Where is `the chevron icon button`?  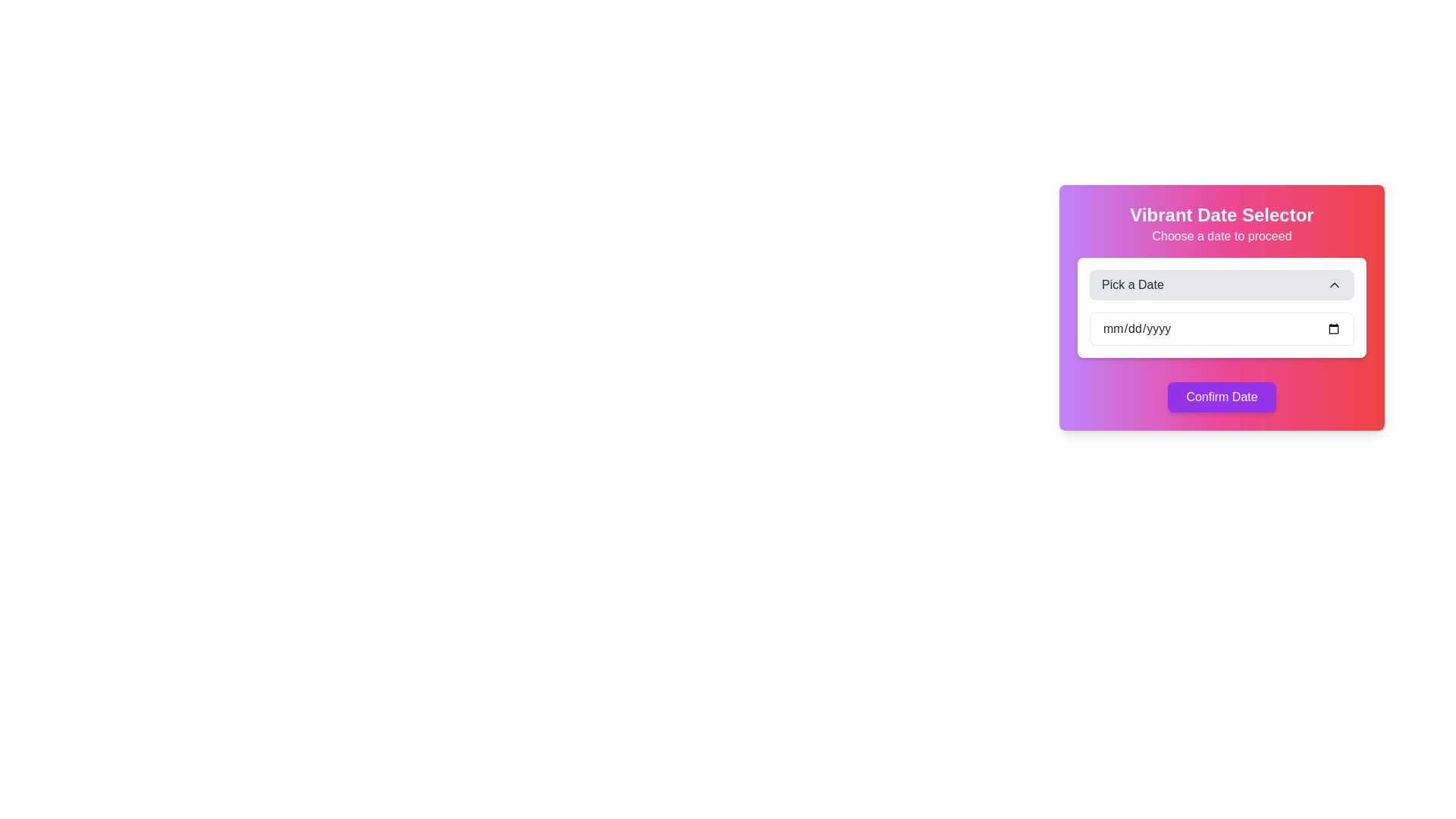
the chevron icon button is located at coordinates (1335, 284).